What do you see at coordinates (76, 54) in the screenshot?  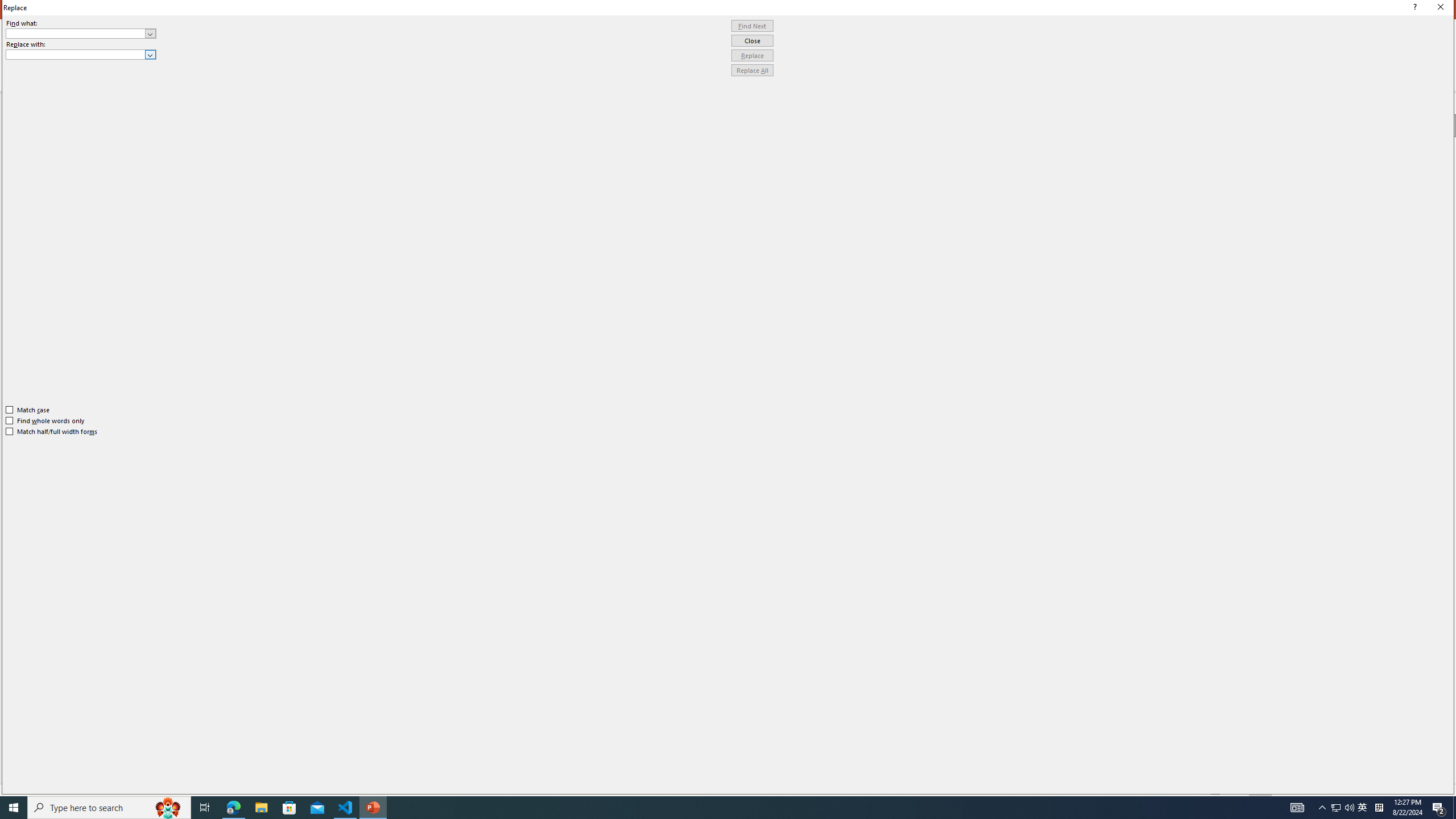 I see `'Replace with'` at bounding box center [76, 54].